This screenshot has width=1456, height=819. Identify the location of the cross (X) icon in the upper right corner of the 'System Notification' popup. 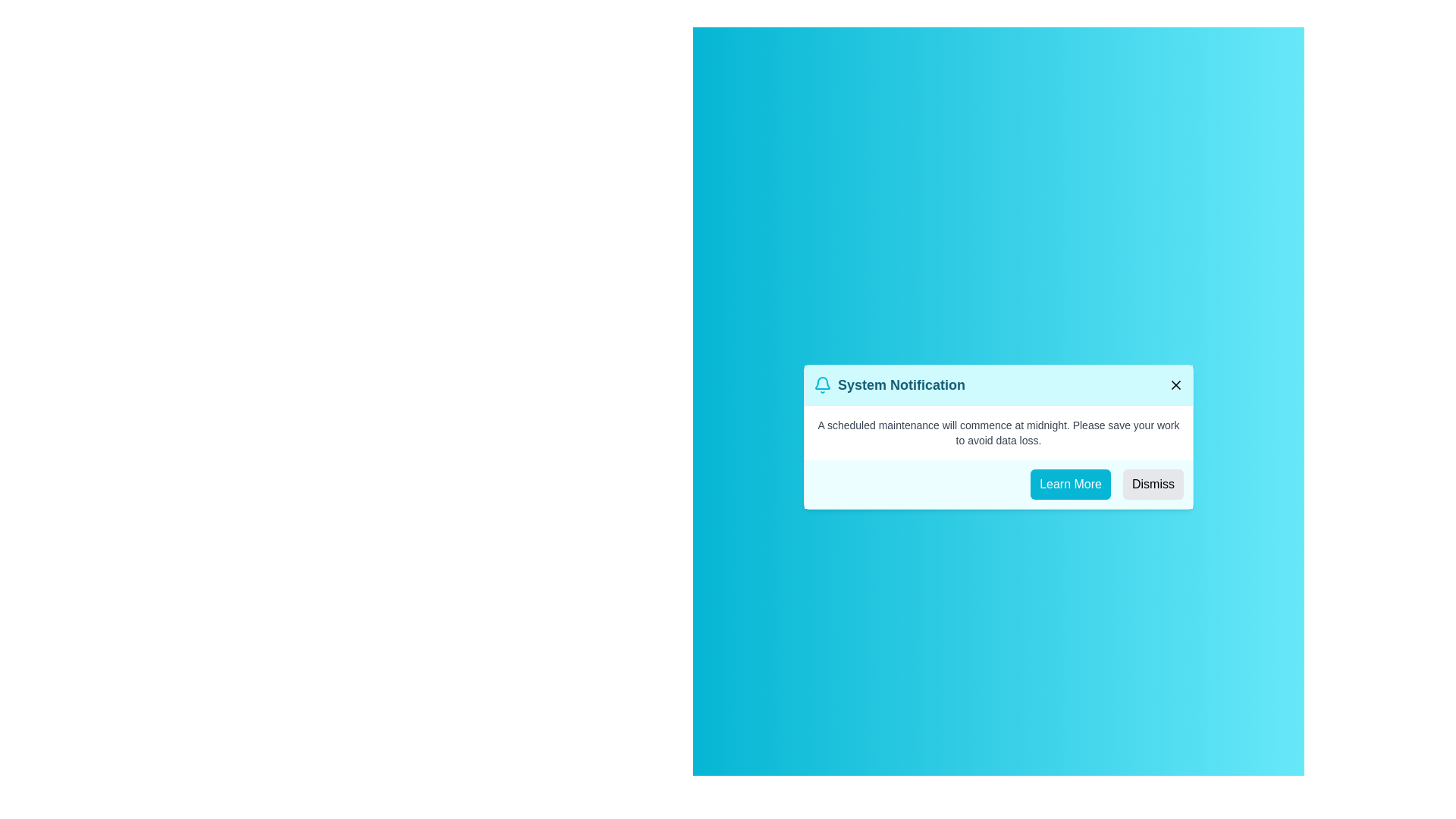
(1175, 384).